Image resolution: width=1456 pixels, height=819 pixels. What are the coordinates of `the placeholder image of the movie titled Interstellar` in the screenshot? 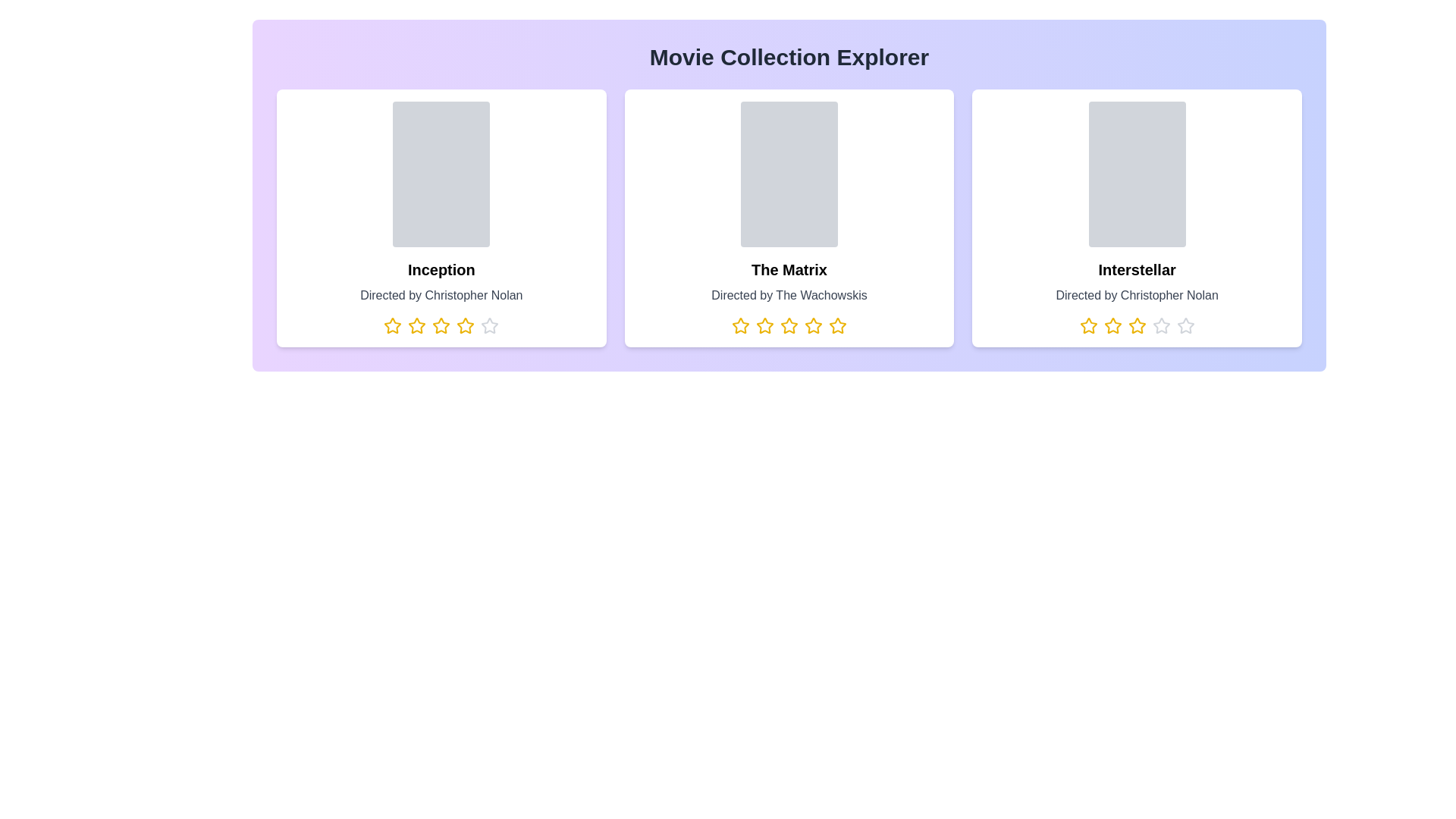 It's located at (1137, 174).